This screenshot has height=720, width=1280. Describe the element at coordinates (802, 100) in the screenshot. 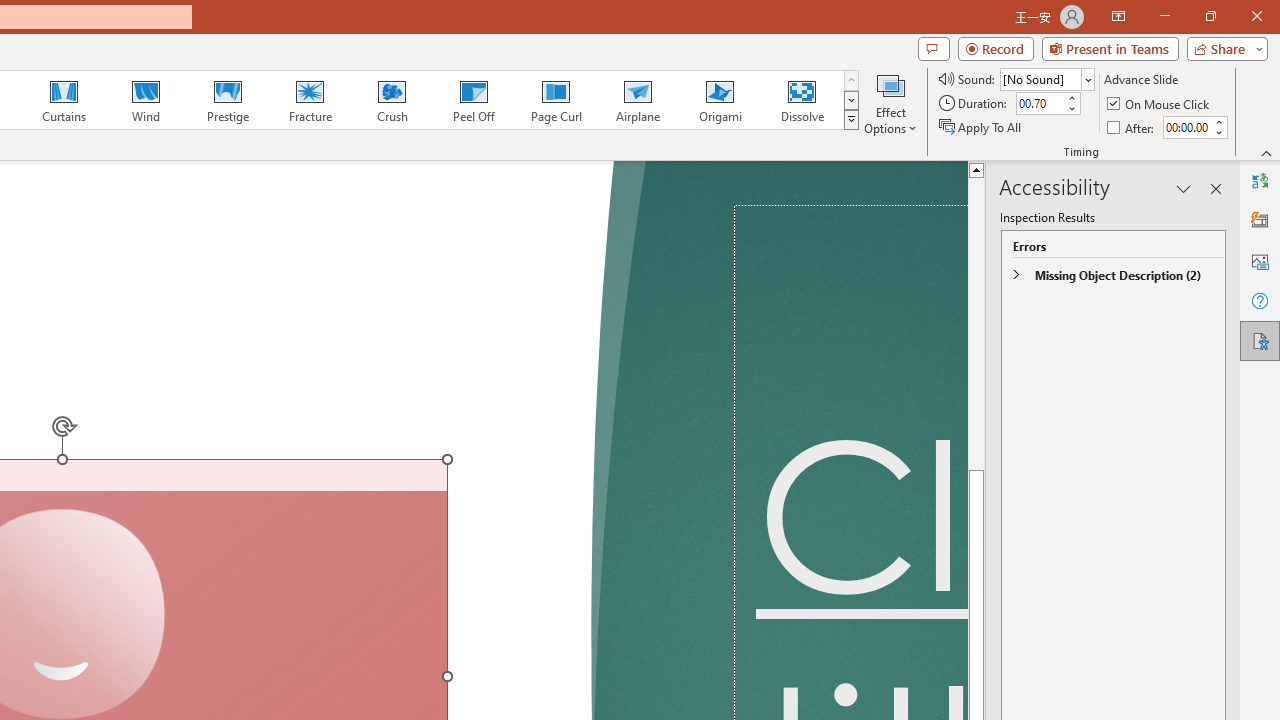

I see `'Dissolve'` at that location.